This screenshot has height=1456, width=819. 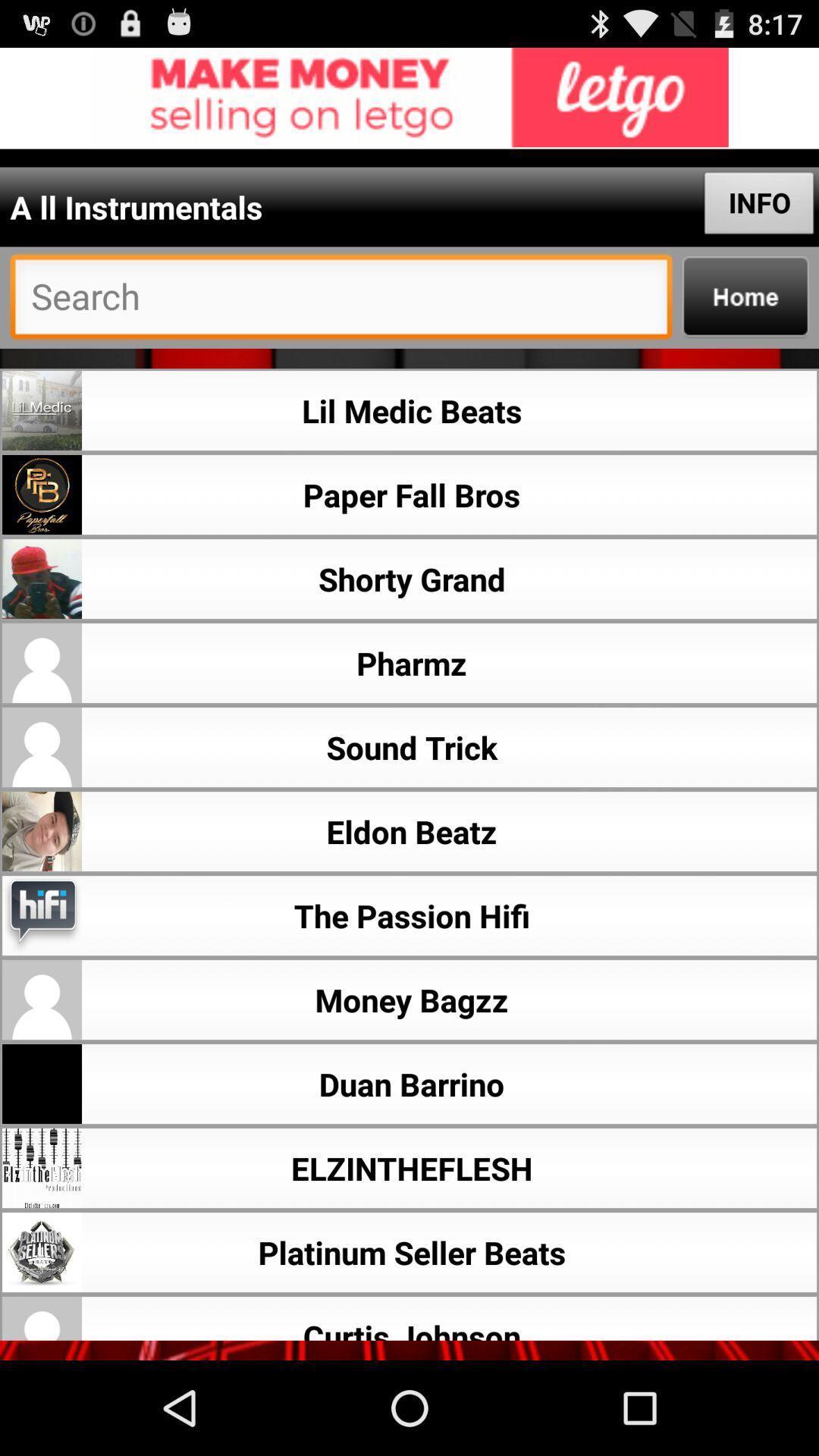 I want to click on links to advertisement, so click(x=409, y=97).